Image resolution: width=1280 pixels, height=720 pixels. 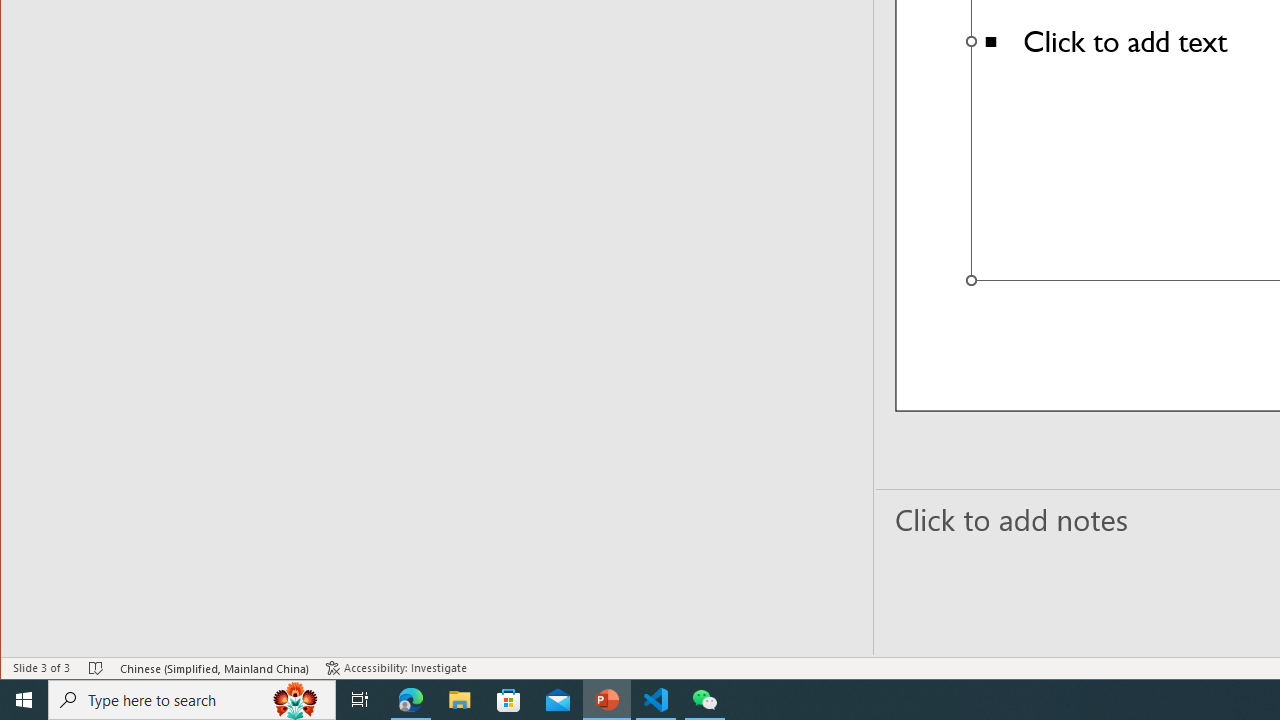 What do you see at coordinates (95, 668) in the screenshot?
I see `'Spell Check No Errors'` at bounding box center [95, 668].